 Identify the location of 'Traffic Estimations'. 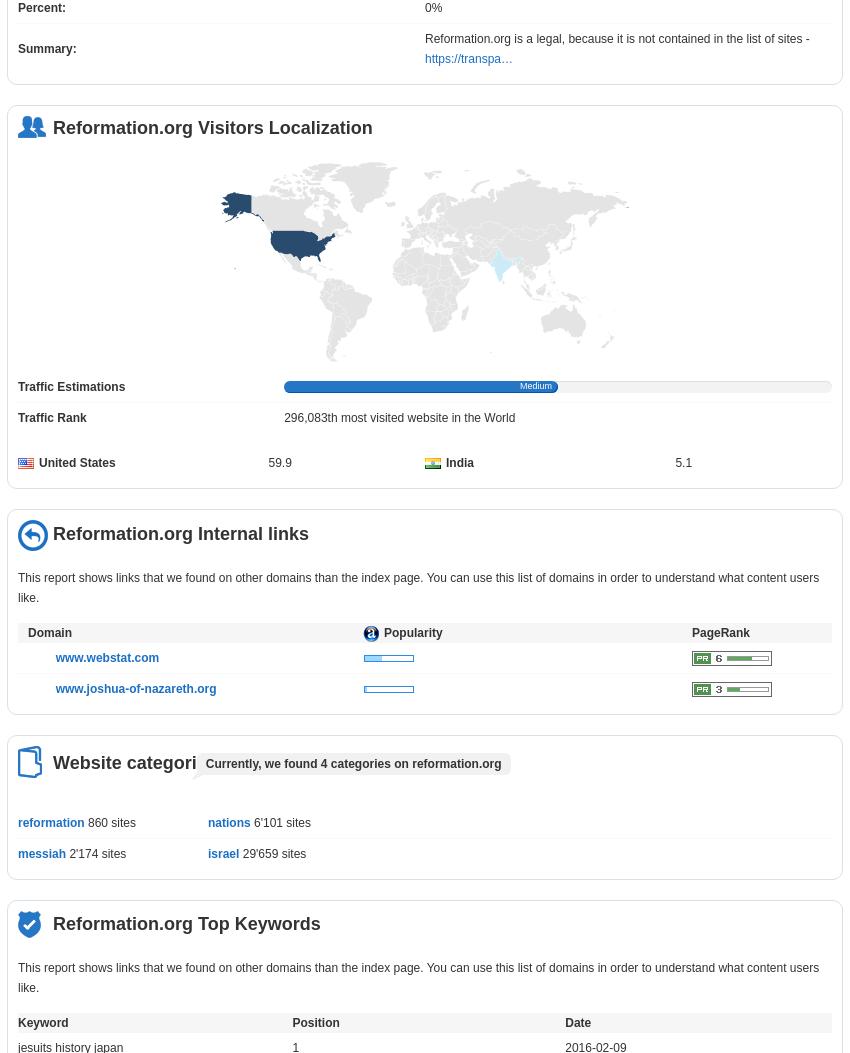
(71, 386).